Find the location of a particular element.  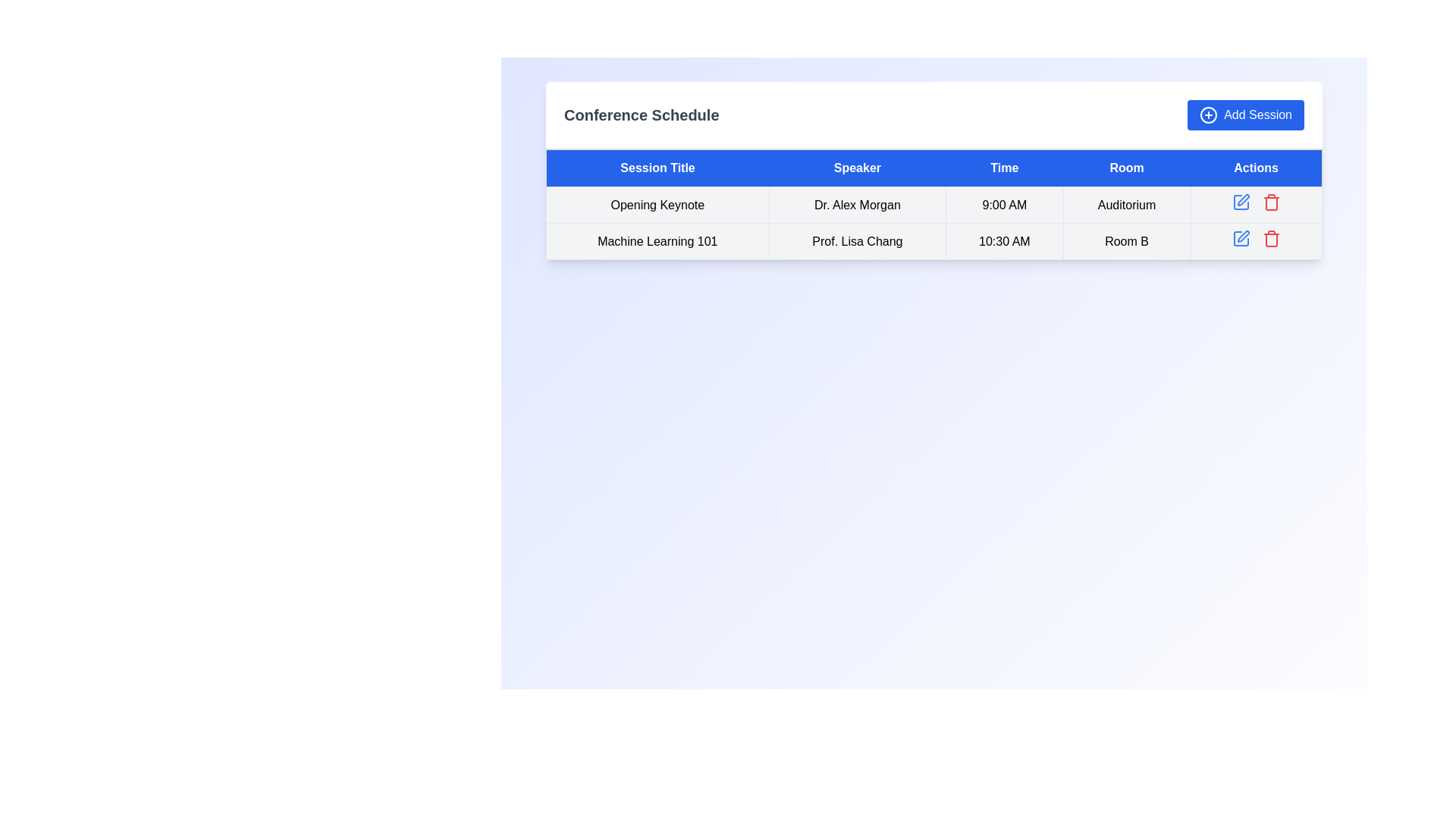

the 'Conference Schedule' text label, which is displayed in a large, bold, dark gray font, located in the upper-left region of the interface header is located at coordinates (642, 114).